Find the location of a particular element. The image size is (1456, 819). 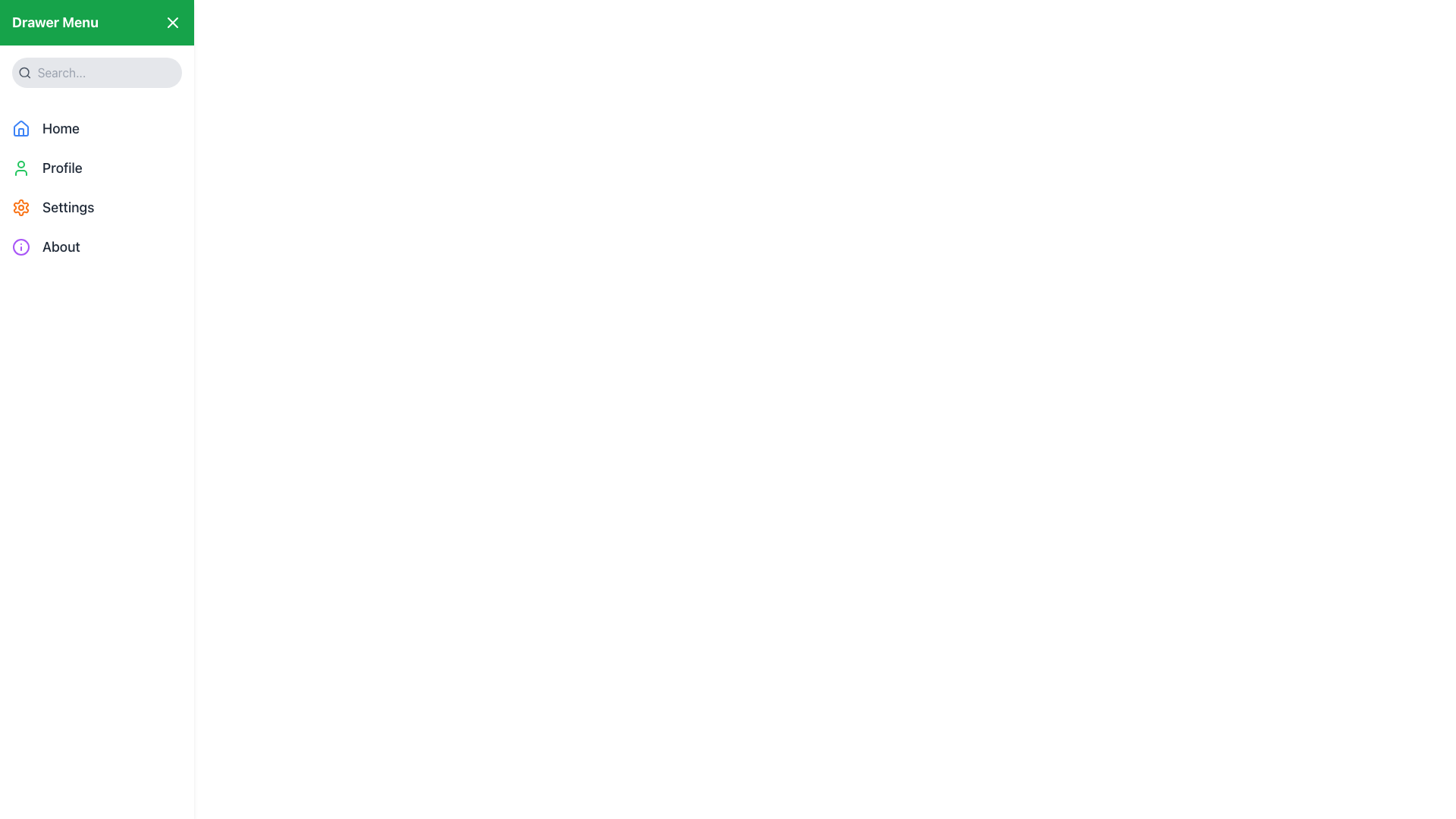

the purple circular icon located next to the 'About' menu item in the vertical menu layout is located at coordinates (21, 246).